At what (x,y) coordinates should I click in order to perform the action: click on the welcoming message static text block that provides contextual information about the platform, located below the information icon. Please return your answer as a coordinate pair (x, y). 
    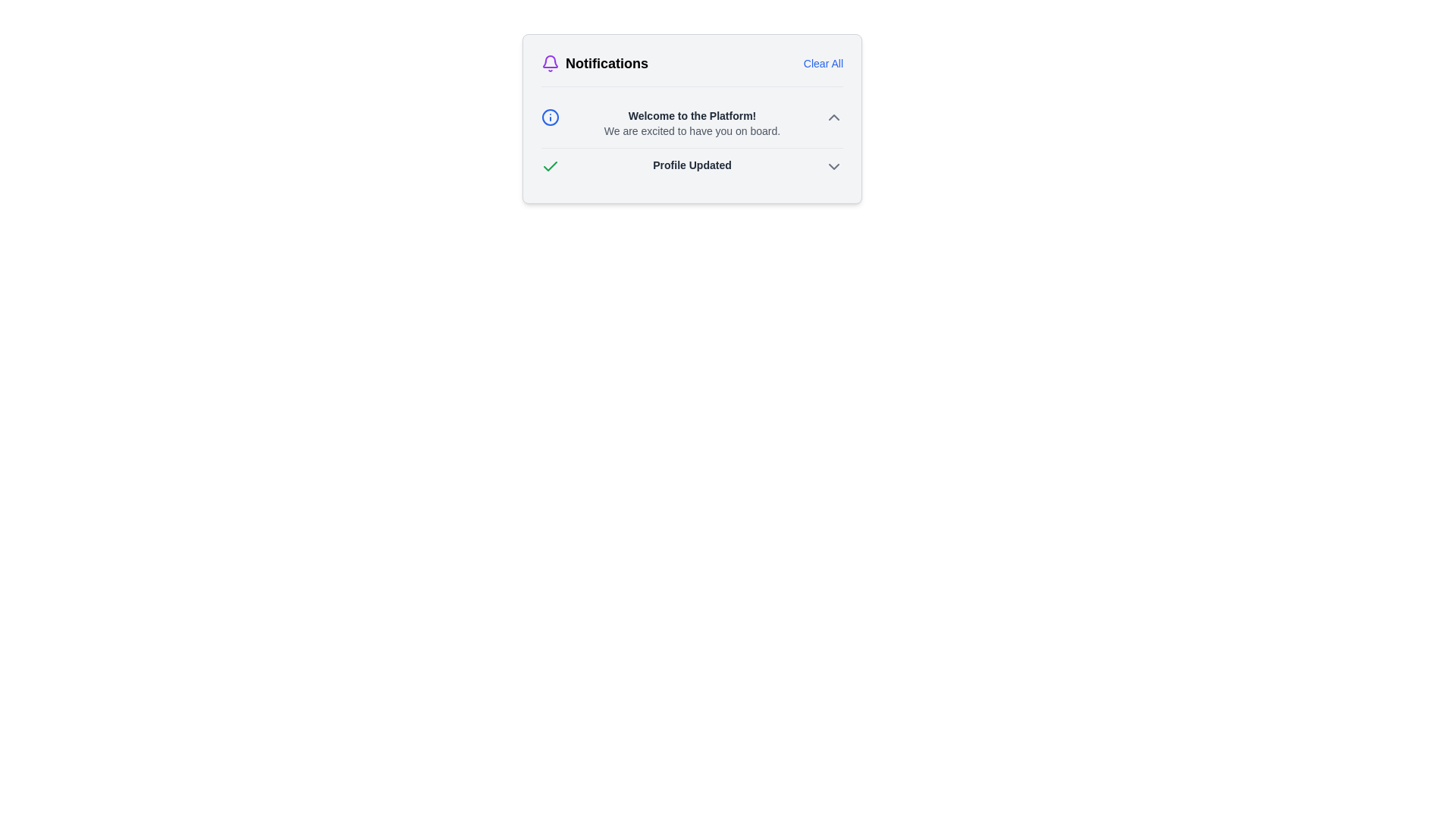
    Looking at the image, I should click on (691, 122).